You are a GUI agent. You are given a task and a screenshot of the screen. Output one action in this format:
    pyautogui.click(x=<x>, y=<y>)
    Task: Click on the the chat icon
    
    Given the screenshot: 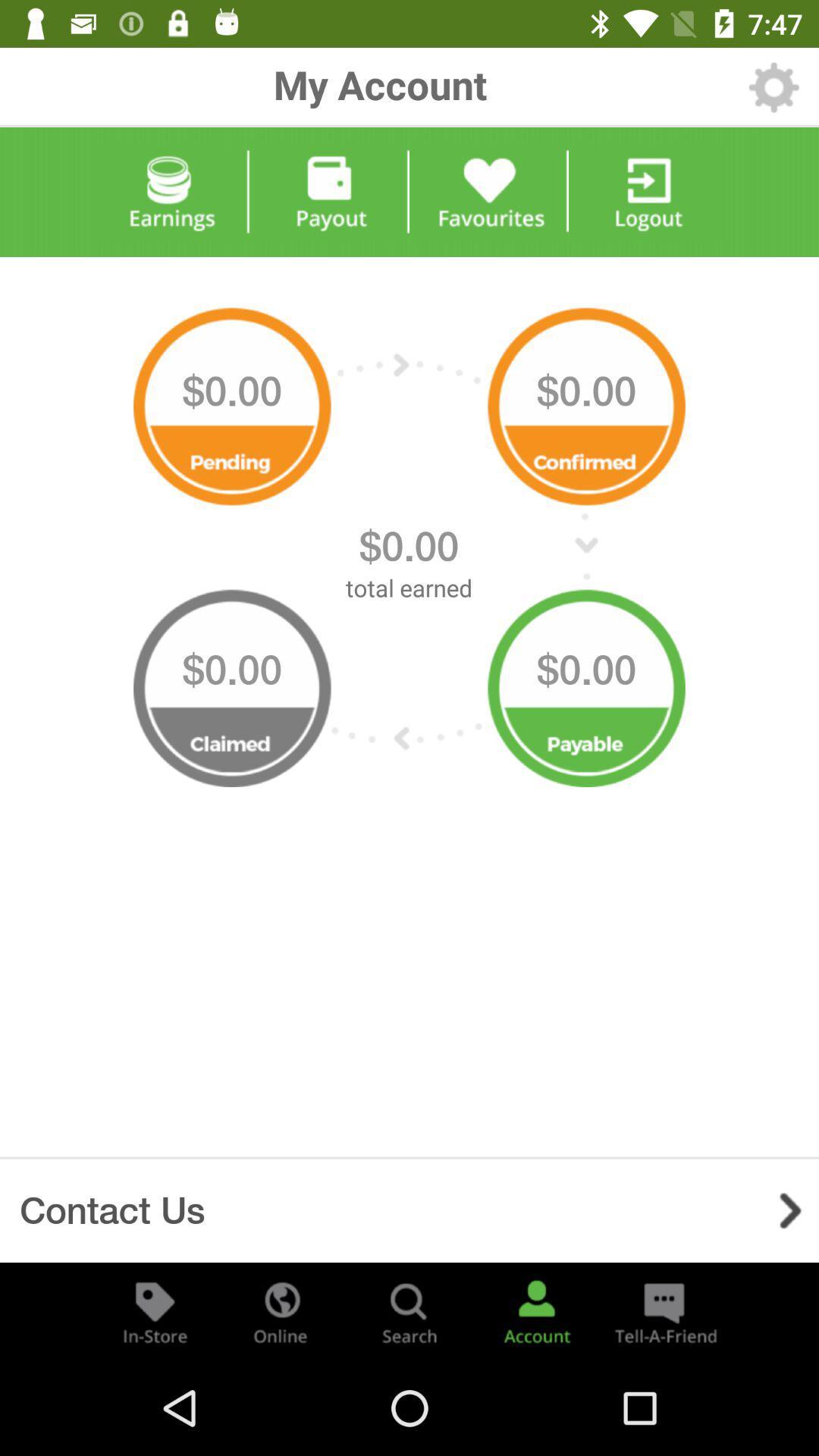 What is the action you would take?
    pyautogui.click(x=663, y=1310)
    